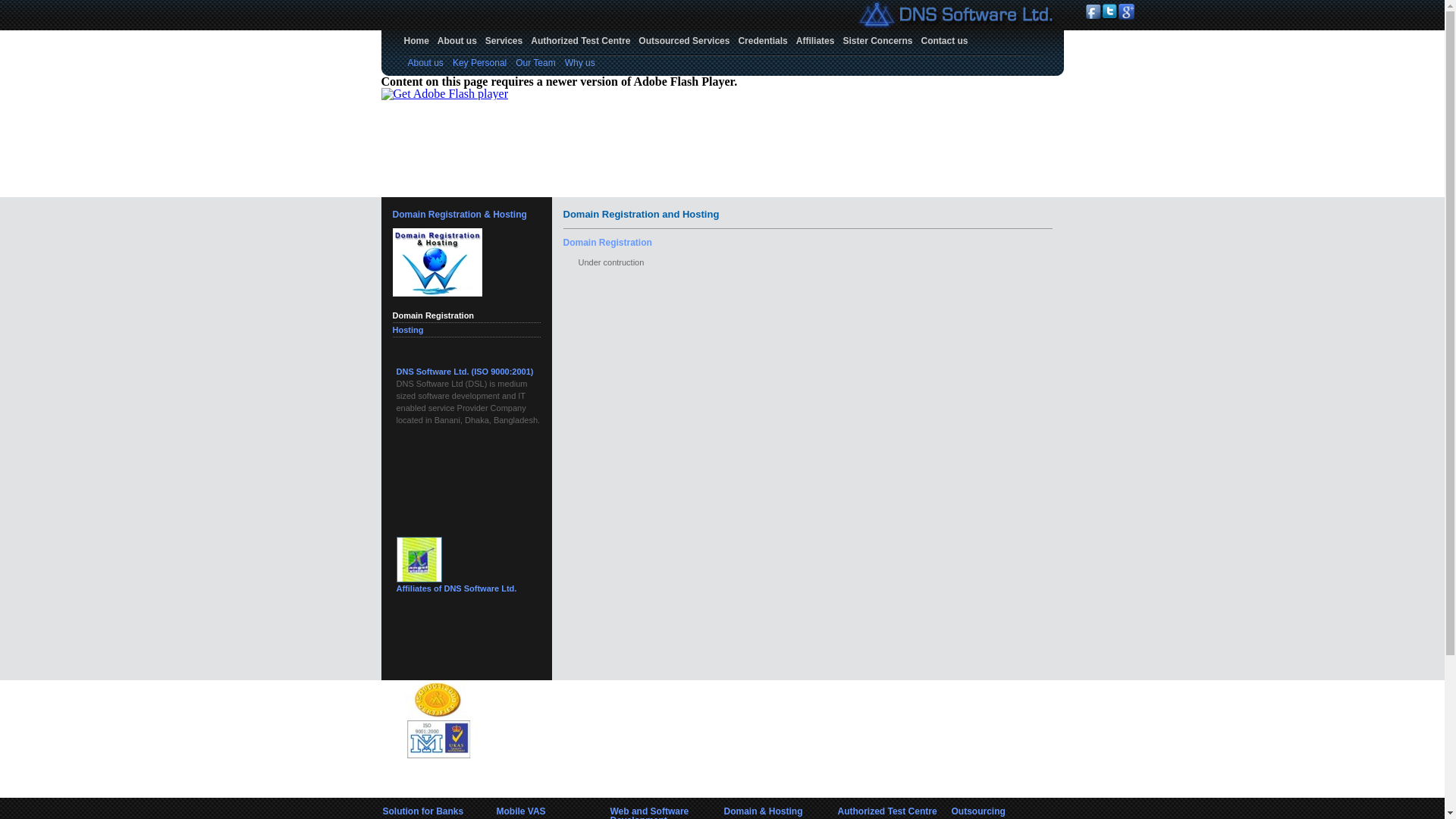 This screenshot has height=819, width=1456. What do you see at coordinates (480, 40) in the screenshot?
I see `'Services'` at bounding box center [480, 40].